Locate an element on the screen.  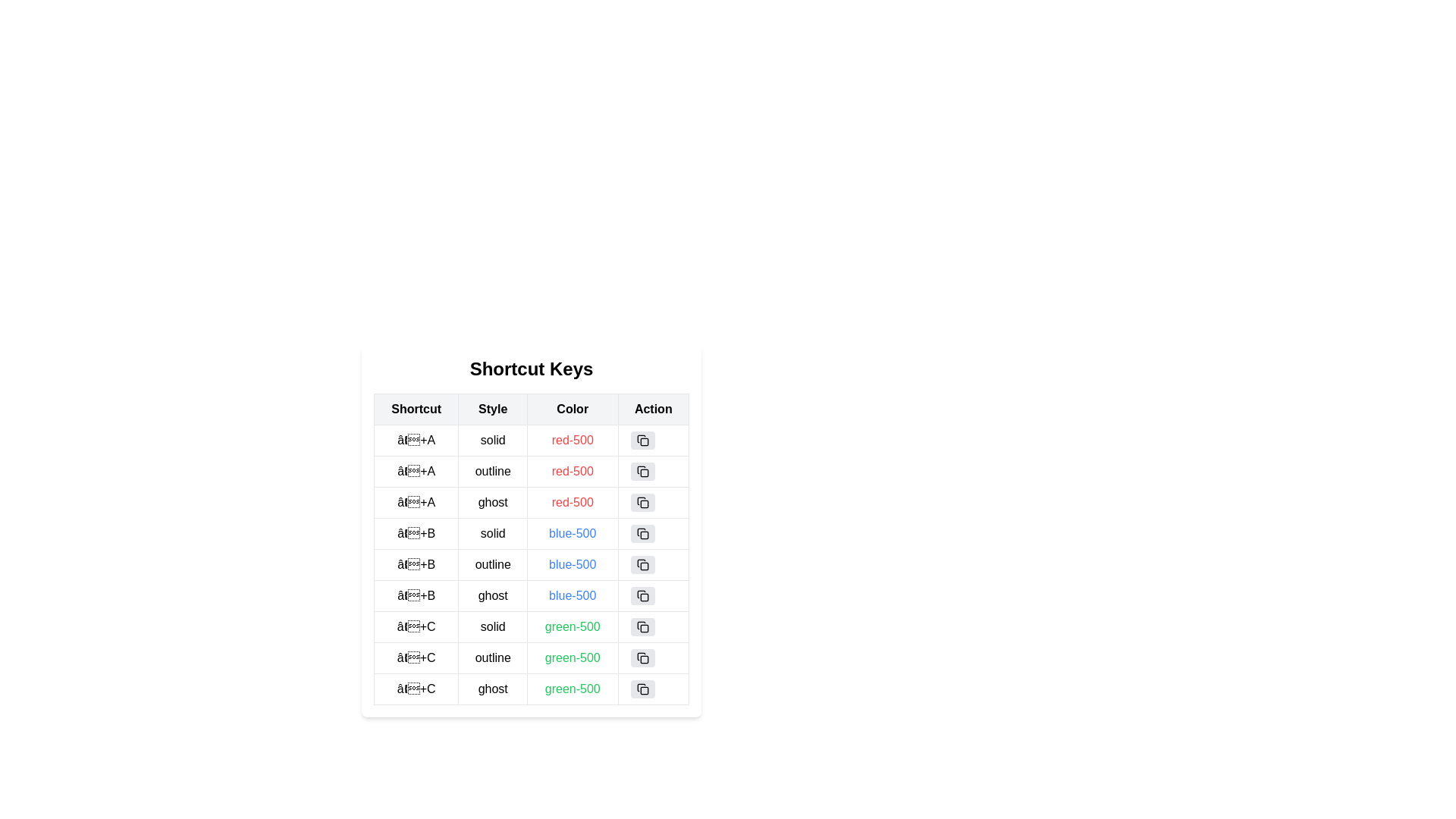
the copy action icon located in the 'Action' column of the last row in the table, which has a 'ghost' style and 'green-500' color is located at coordinates (642, 689).